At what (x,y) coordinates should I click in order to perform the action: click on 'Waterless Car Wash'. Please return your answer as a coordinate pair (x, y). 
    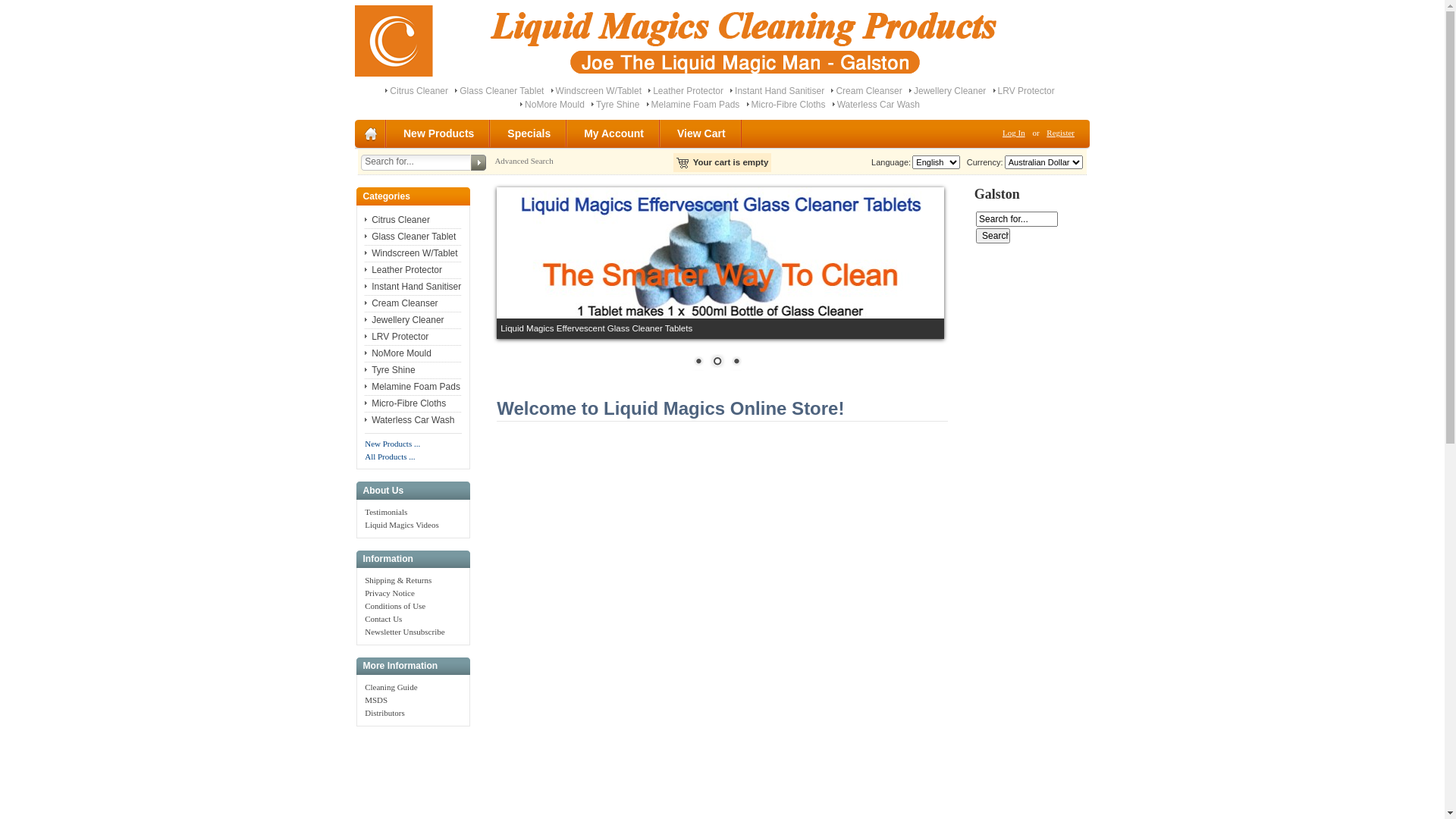
    Looking at the image, I should click on (409, 420).